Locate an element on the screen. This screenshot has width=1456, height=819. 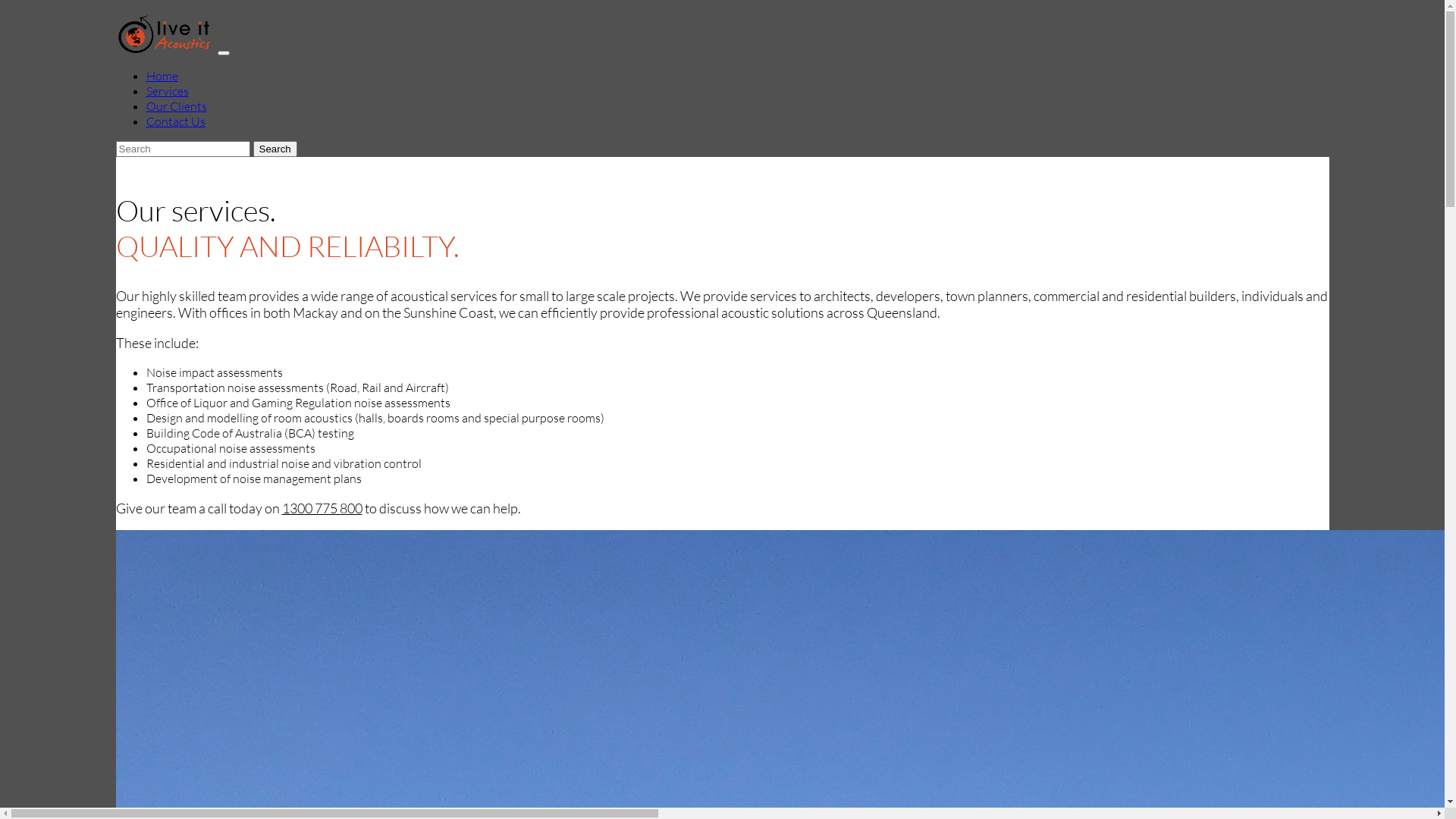
'Contact Us' is located at coordinates (174, 120).